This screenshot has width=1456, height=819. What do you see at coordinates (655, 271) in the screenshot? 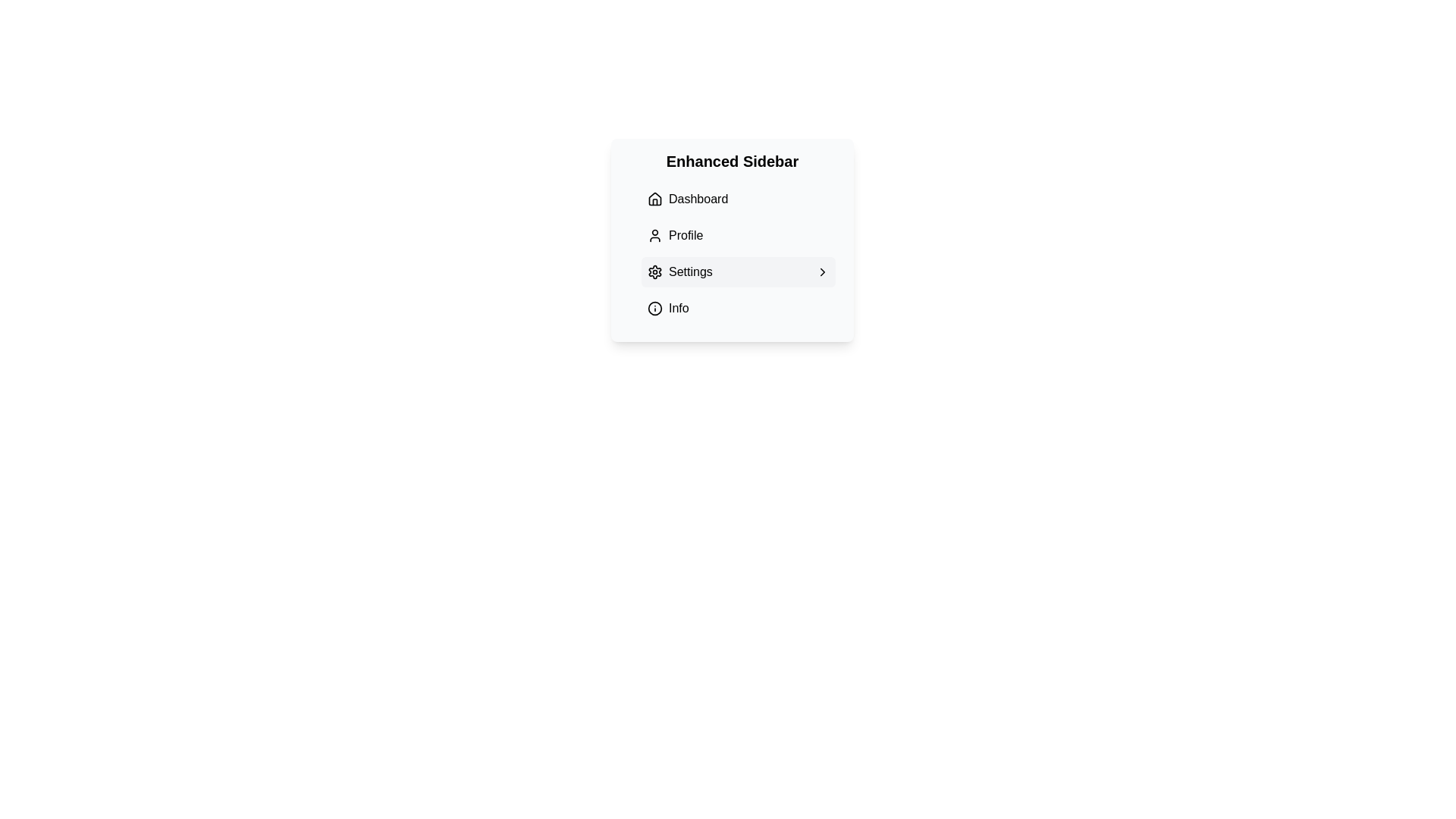
I see `the cogwheel icon symbolizing 'Settings', which is located to the left of the 'Settings' label in the sidebar` at bounding box center [655, 271].